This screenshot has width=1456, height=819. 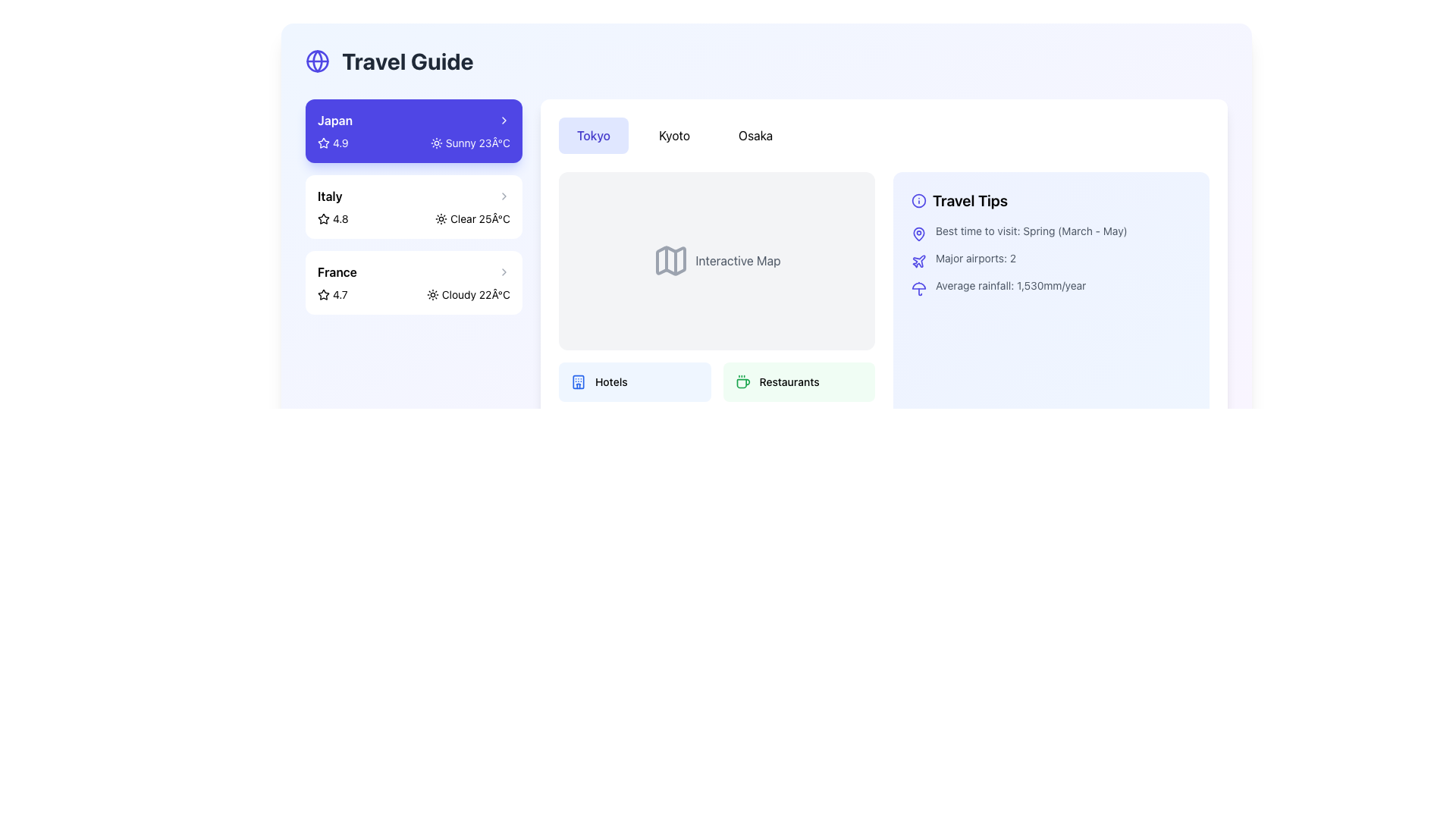 I want to click on and interpret the rating value '4.8' from the Text with Icon associated with 'Italy', located in the second row of the travel list on the left panel, so click(x=332, y=219).